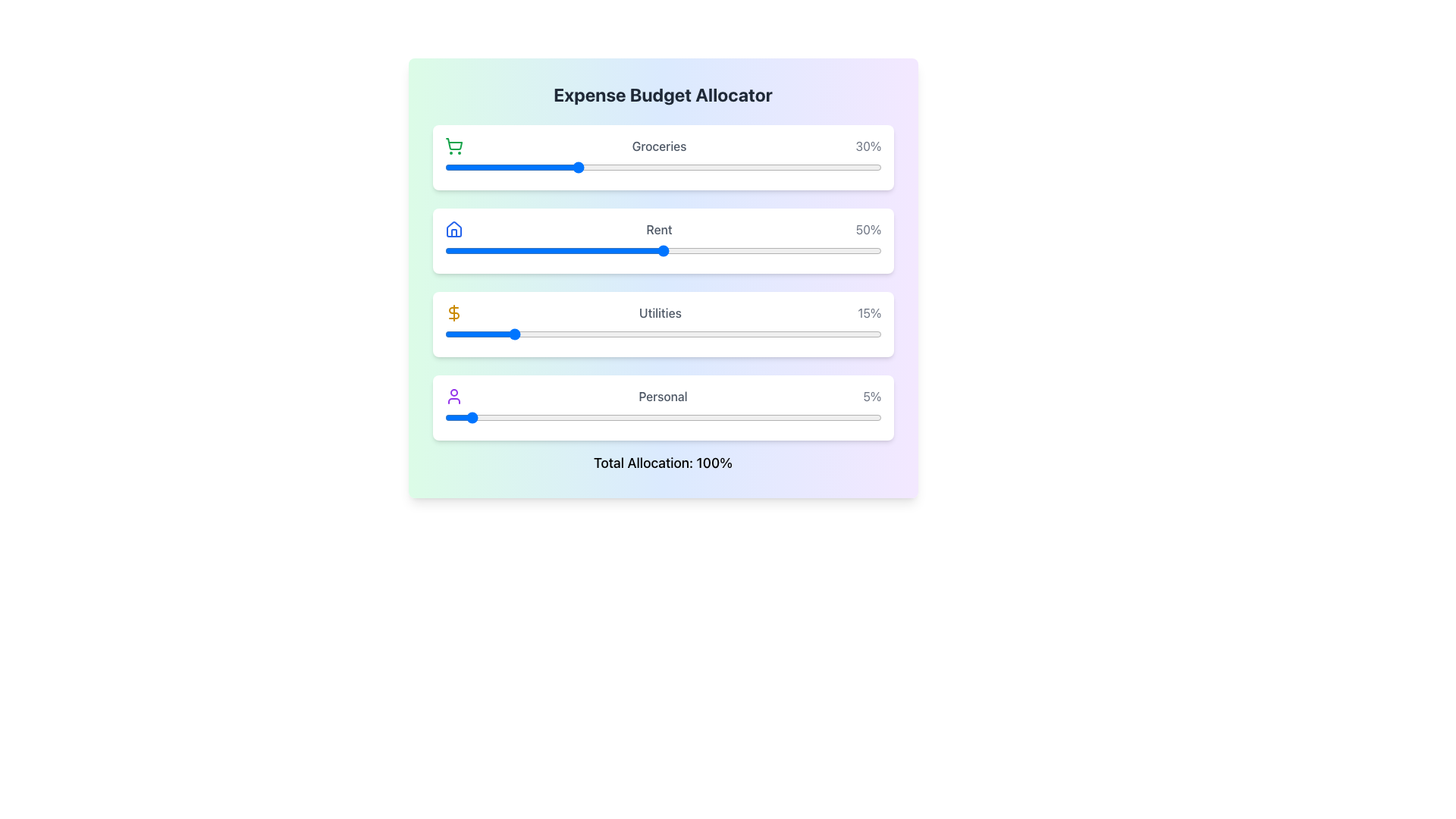 The width and height of the screenshot is (1456, 819). What do you see at coordinates (663, 167) in the screenshot?
I see `the range slider track to set the percentage allocation for the 'Groceries' category, located under the label 'Groceries' and next to the percentage display '30%'` at bounding box center [663, 167].